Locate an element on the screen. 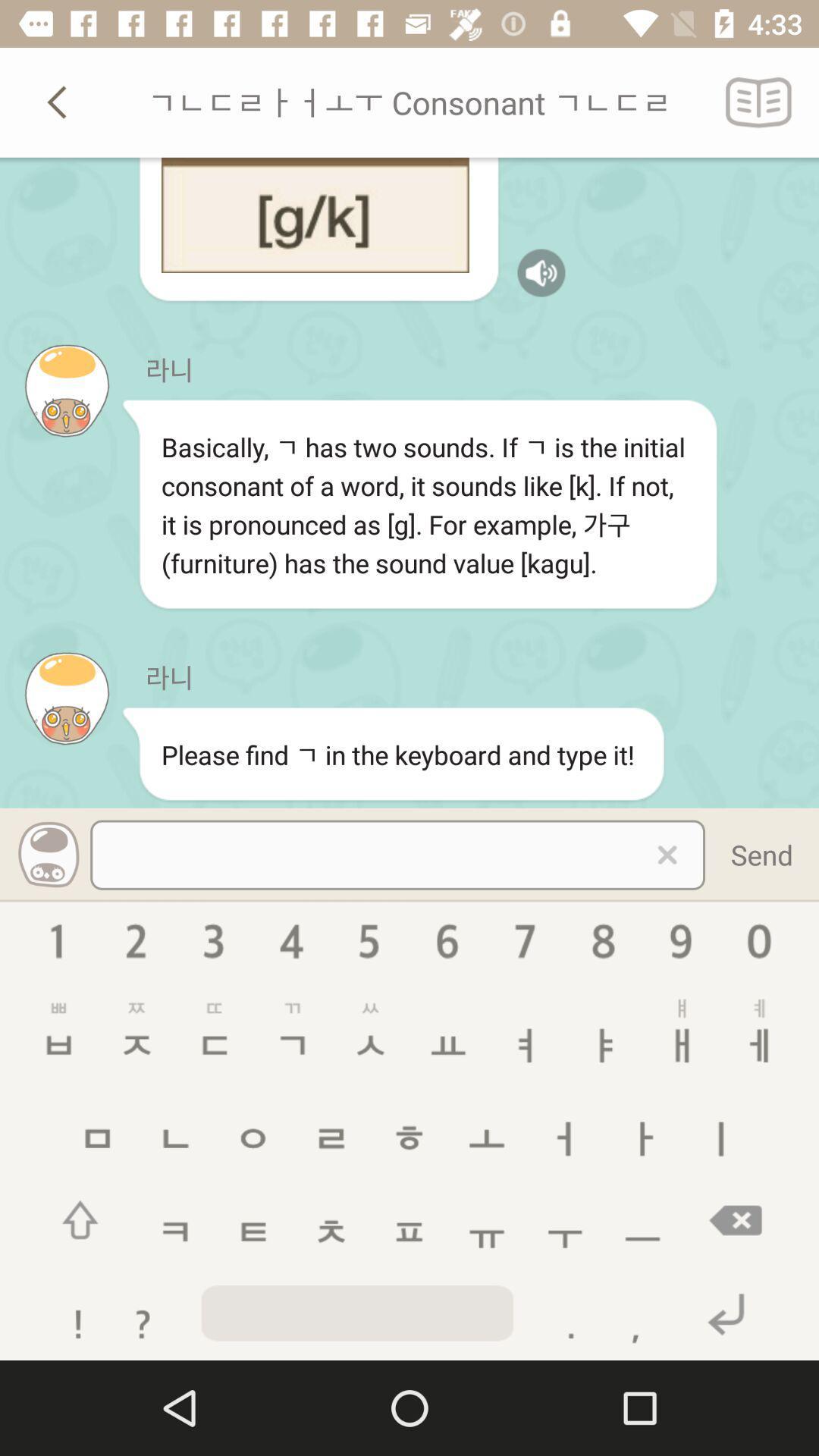 This screenshot has height=1456, width=819. the add icon is located at coordinates (571, 1313).